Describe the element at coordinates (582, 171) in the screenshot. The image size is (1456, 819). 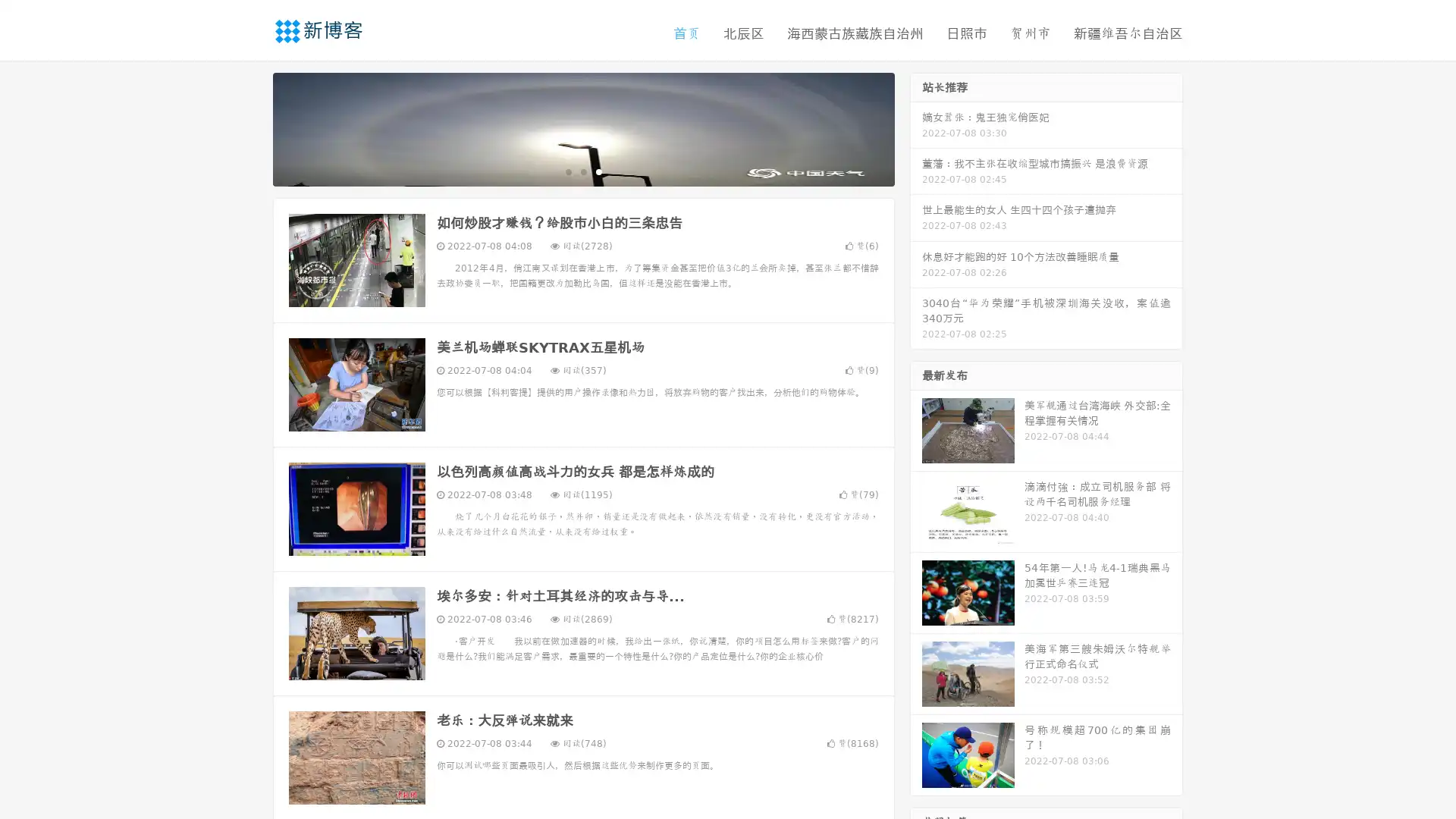
I see `Go to slide 2` at that location.